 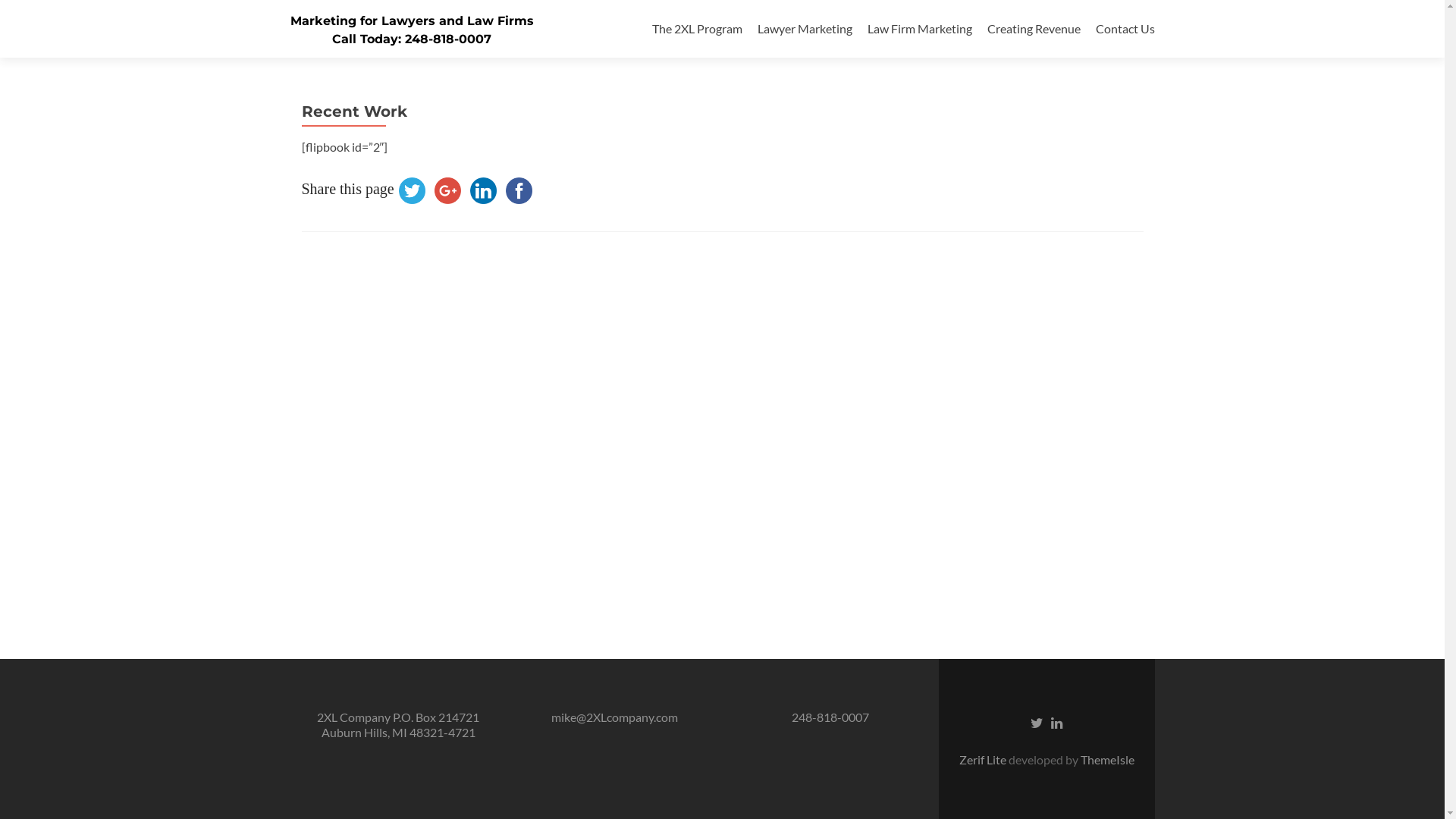 I want to click on 'Twitter link', so click(x=1036, y=721).